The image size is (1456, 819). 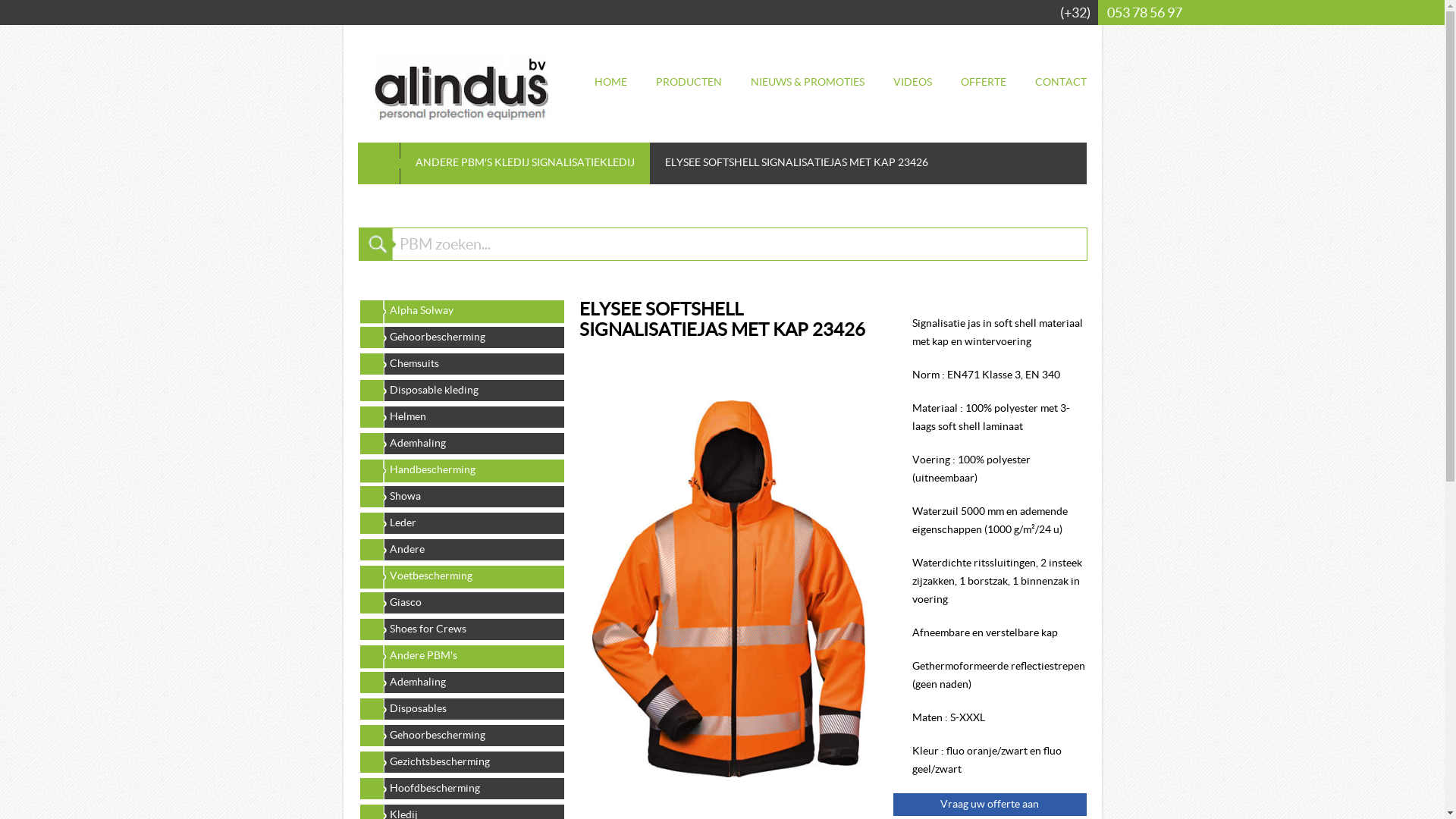 I want to click on 'Ademhaling', so click(x=460, y=680).